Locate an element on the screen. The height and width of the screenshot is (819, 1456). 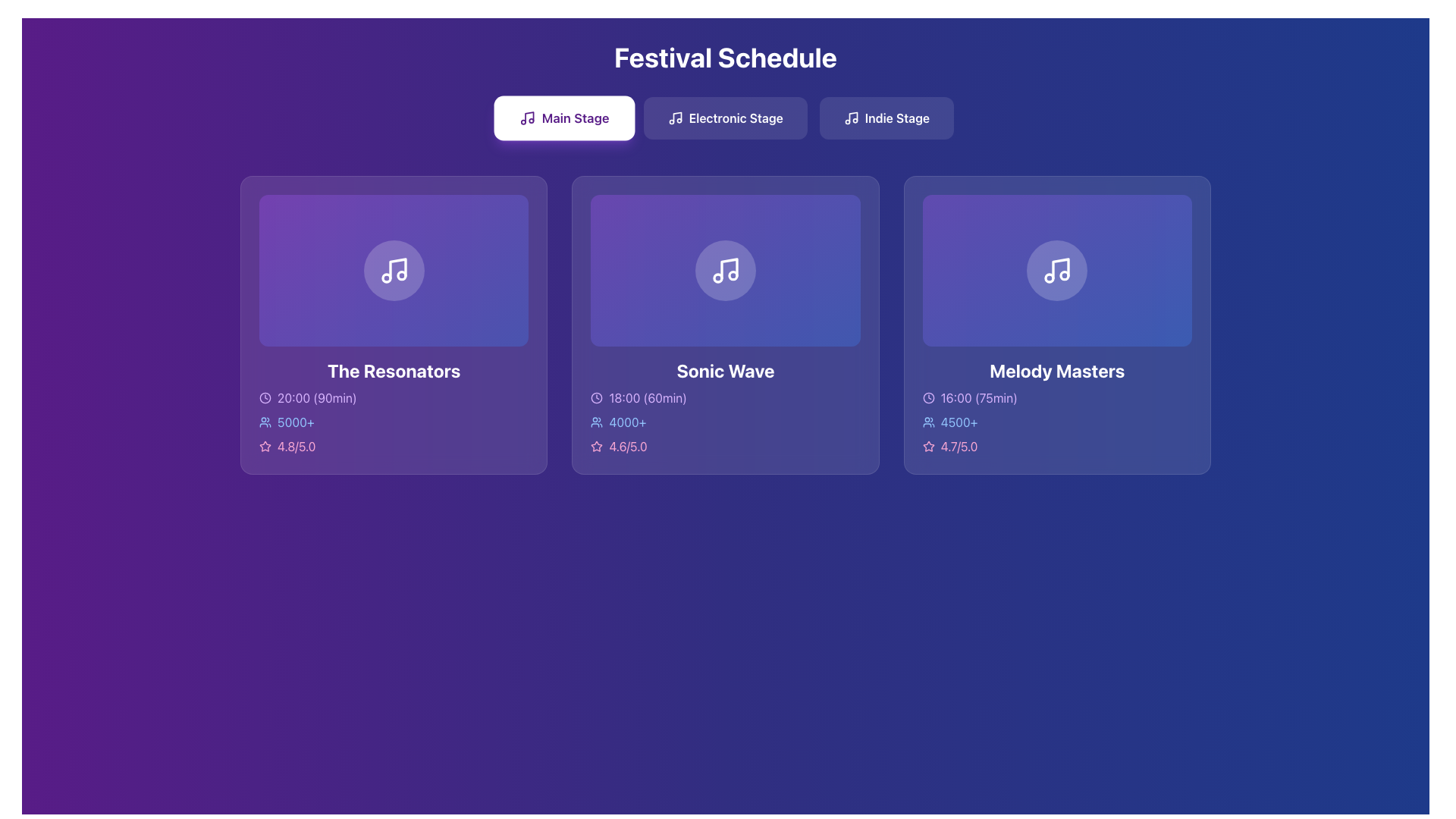
the group of people icon that represents audience size, located to the left of the '4500+' text in the third concert card labeled 'Melody Masters' is located at coordinates (927, 422).